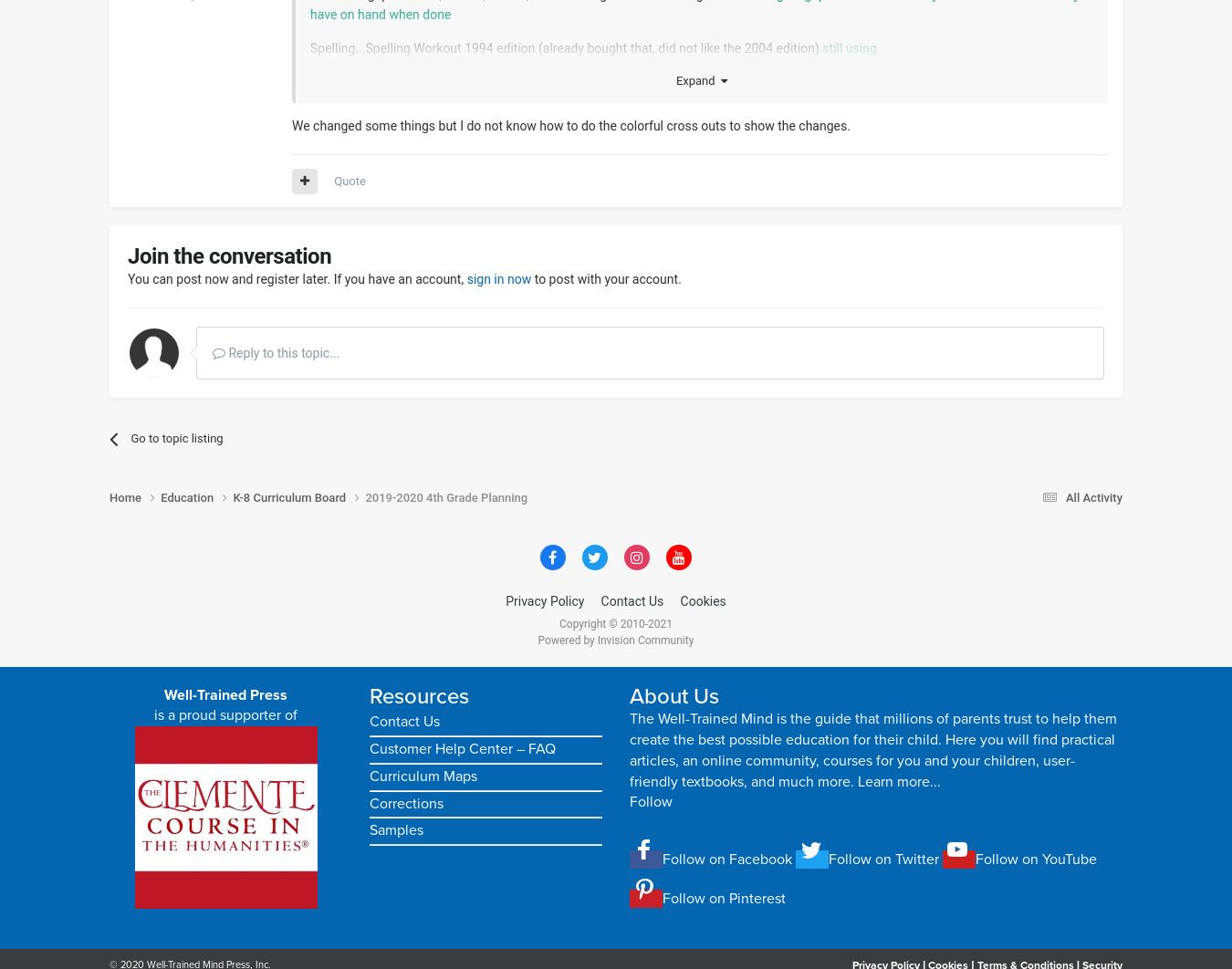  I want to click on 'Powered by Invision Community', so click(615, 640).